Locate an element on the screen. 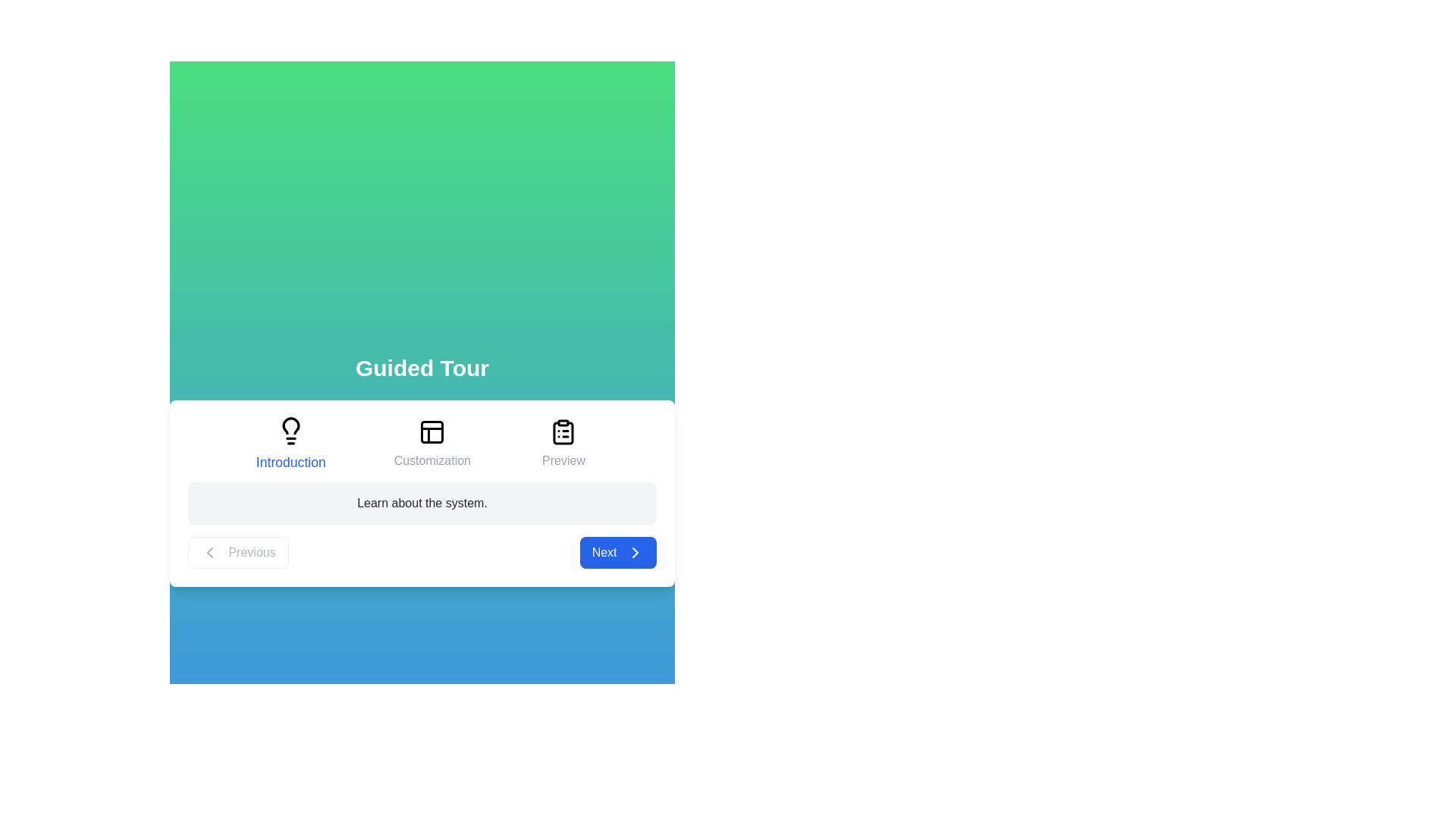  the title or icon of the step Introduction to navigate to it is located at coordinates (290, 444).